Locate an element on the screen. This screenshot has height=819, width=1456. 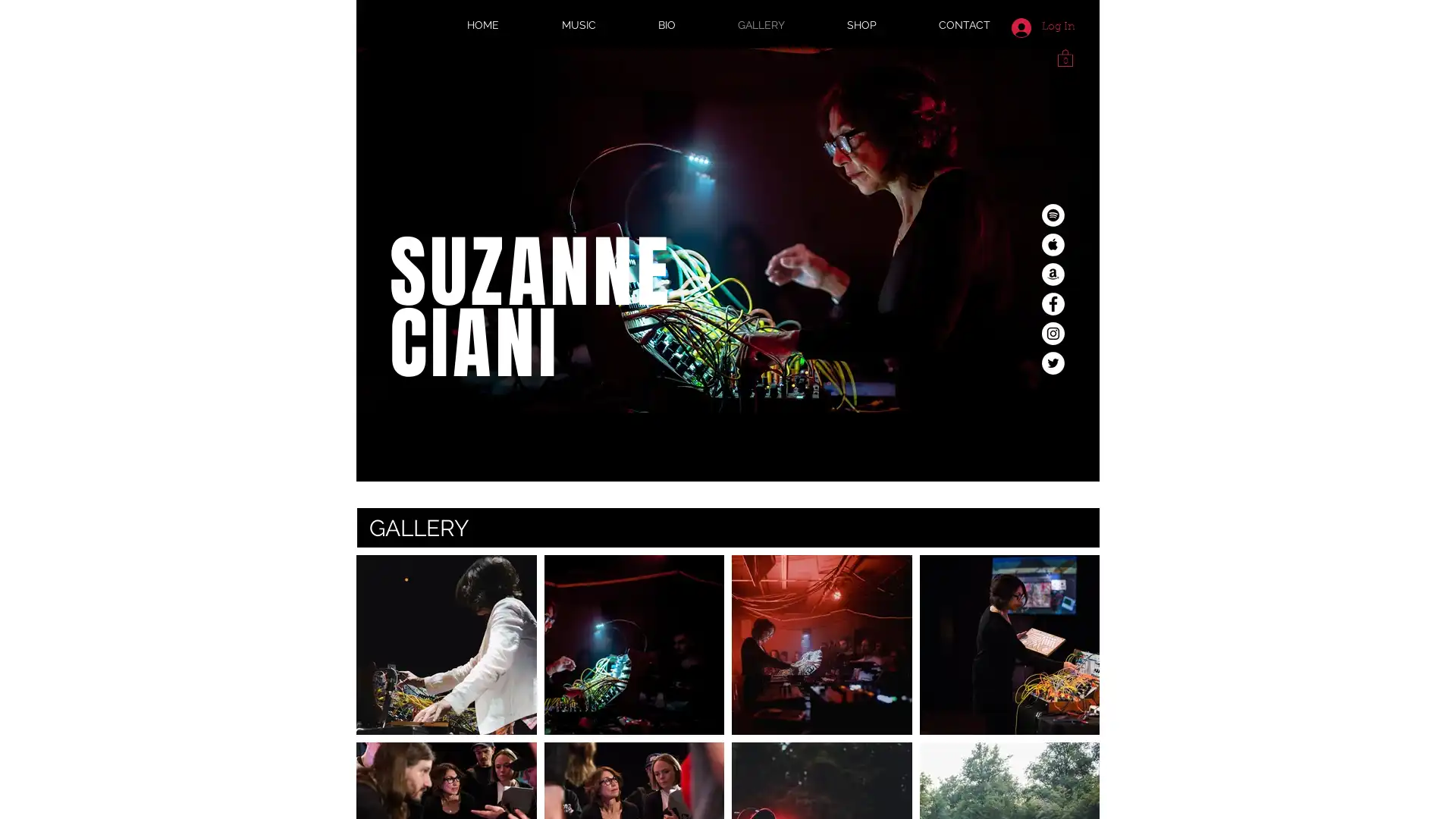
2016 RBMA Buchla Concert is located at coordinates (821, 645).